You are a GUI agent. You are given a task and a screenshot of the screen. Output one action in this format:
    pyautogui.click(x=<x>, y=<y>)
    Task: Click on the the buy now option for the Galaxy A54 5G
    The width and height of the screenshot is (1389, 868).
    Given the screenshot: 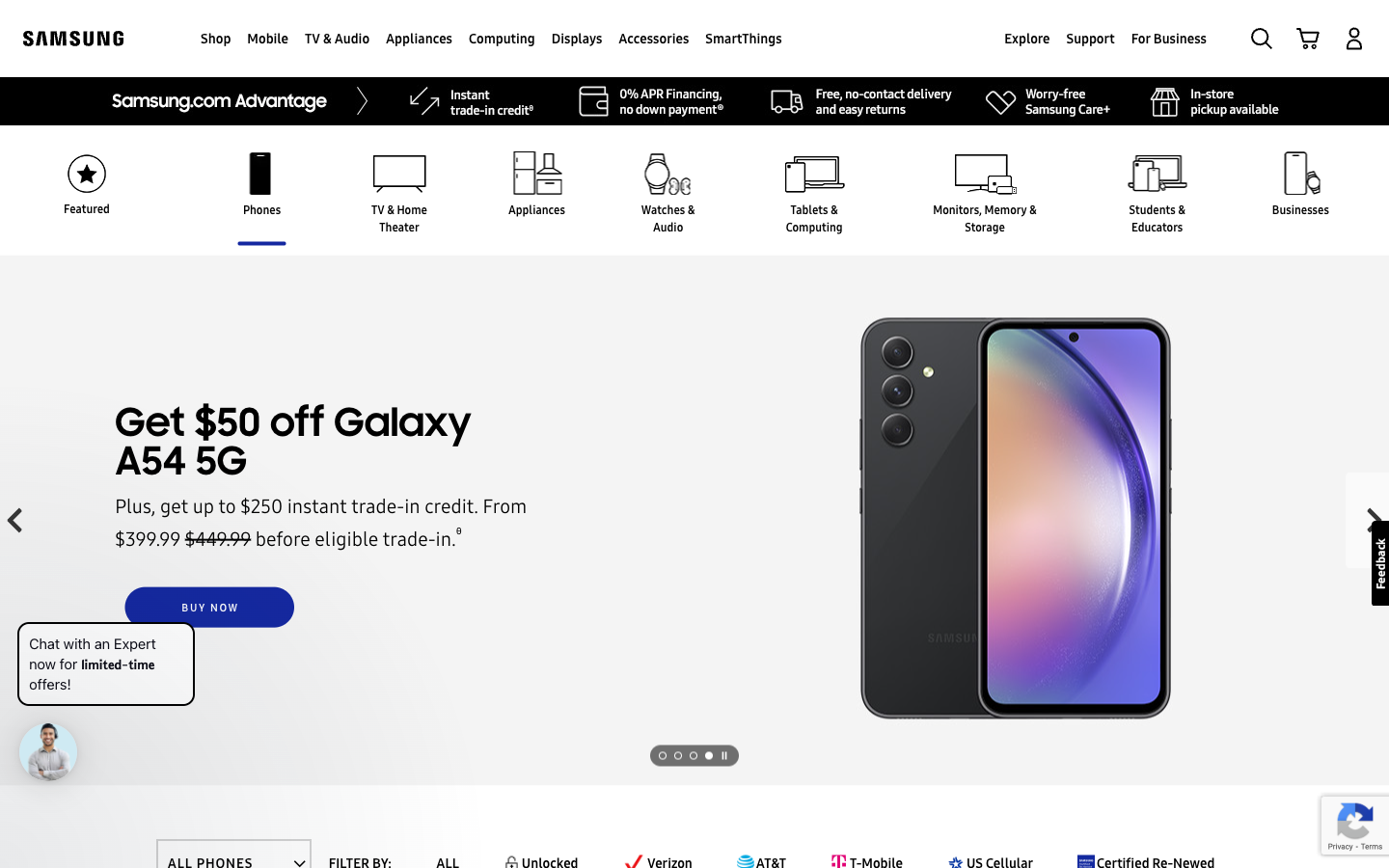 What is the action you would take?
    pyautogui.click(x=209, y=608)
    